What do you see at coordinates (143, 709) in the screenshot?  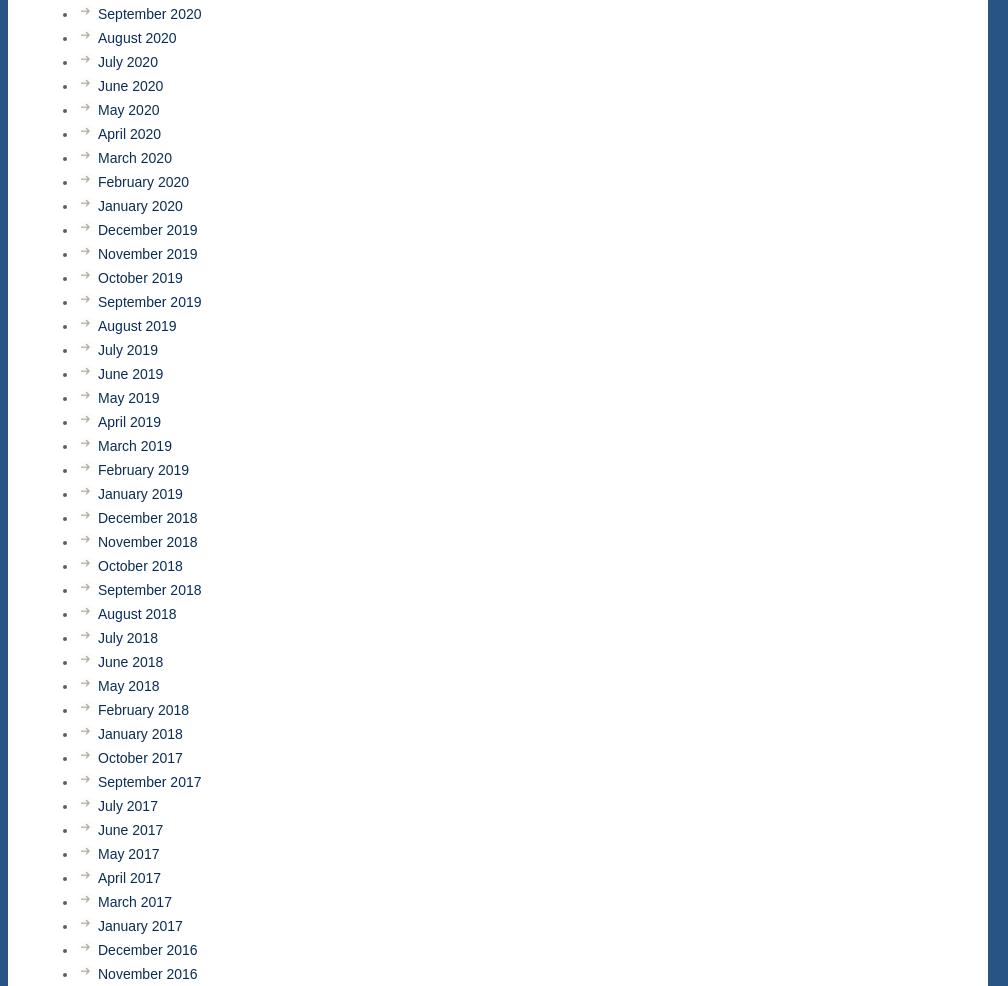 I see `'February 2018'` at bounding box center [143, 709].